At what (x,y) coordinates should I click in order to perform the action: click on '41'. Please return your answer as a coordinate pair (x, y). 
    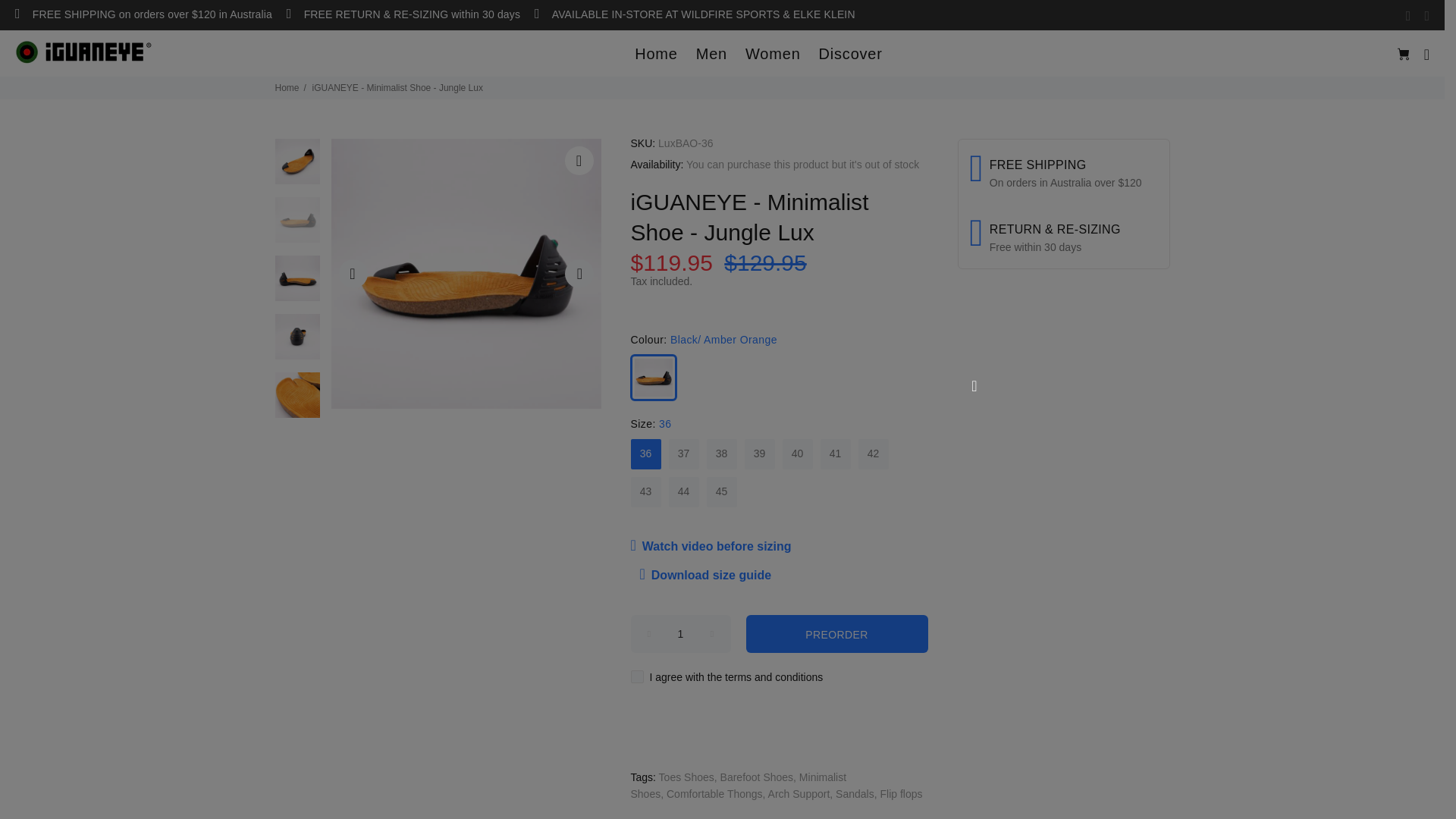
    Looking at the image, I should click on (835, 453).